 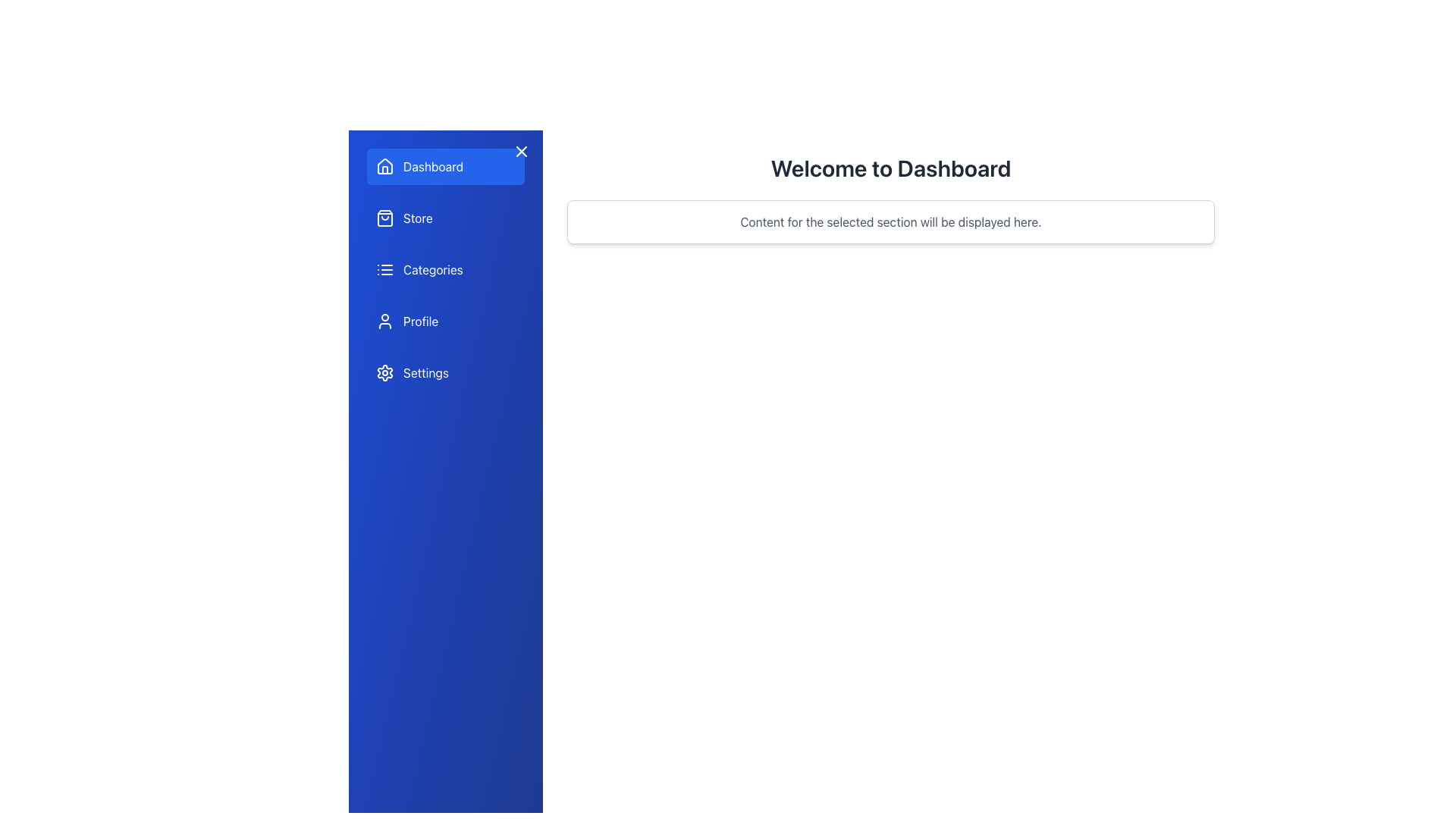 What do you see at coordinates (421, 321) in the screenshot?
I see `textual information of the 'Profile' label in the vertical navigation menu located to the right of the user profile icon` at bounding box center [421, 321].